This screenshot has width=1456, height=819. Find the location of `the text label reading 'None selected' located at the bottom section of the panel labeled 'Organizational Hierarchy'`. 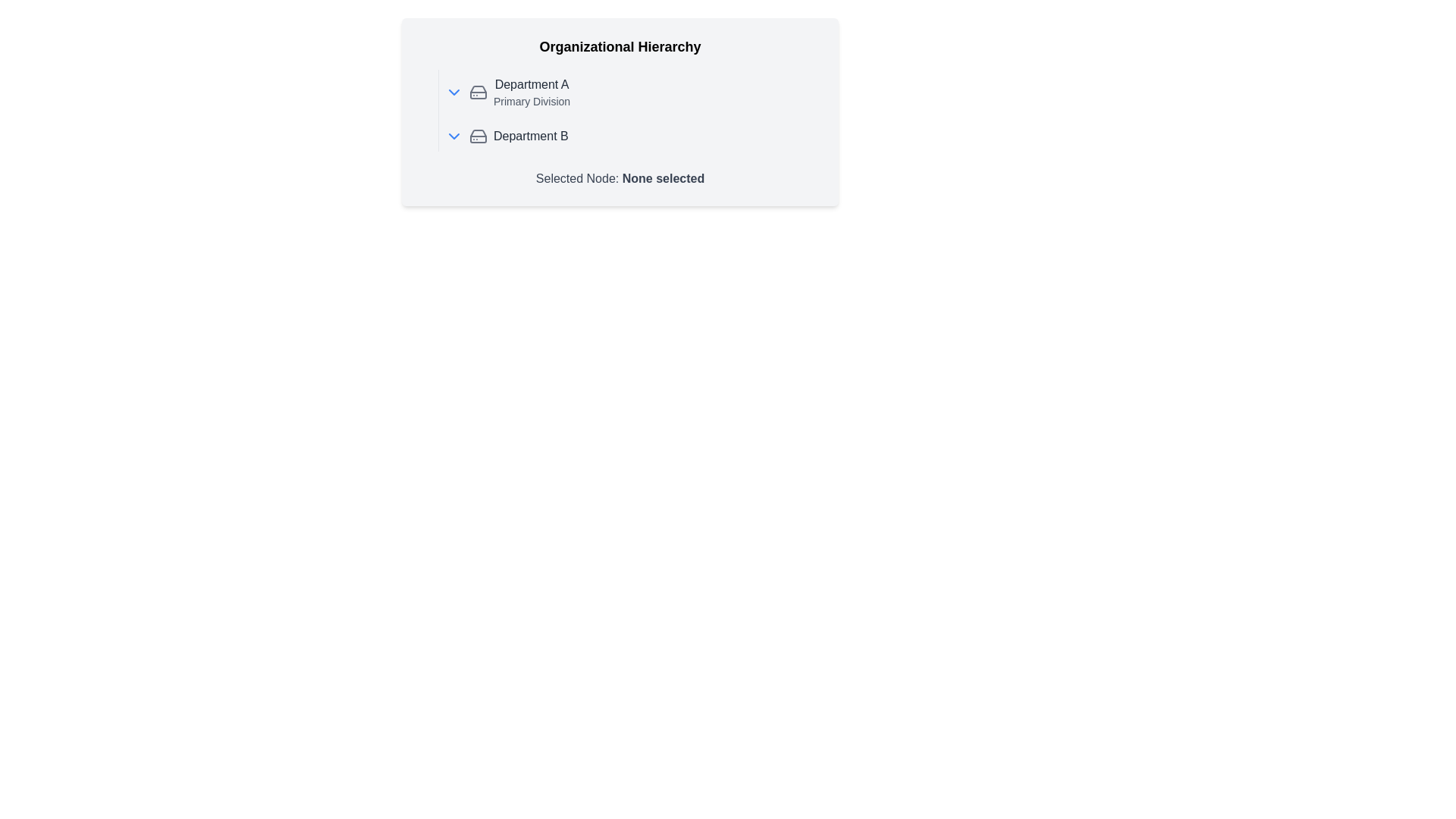

the text label reading 'None selected' located at the bottom section of the panel labeled 'Organizational Hierarchy' is located at coordinates (663, 177).